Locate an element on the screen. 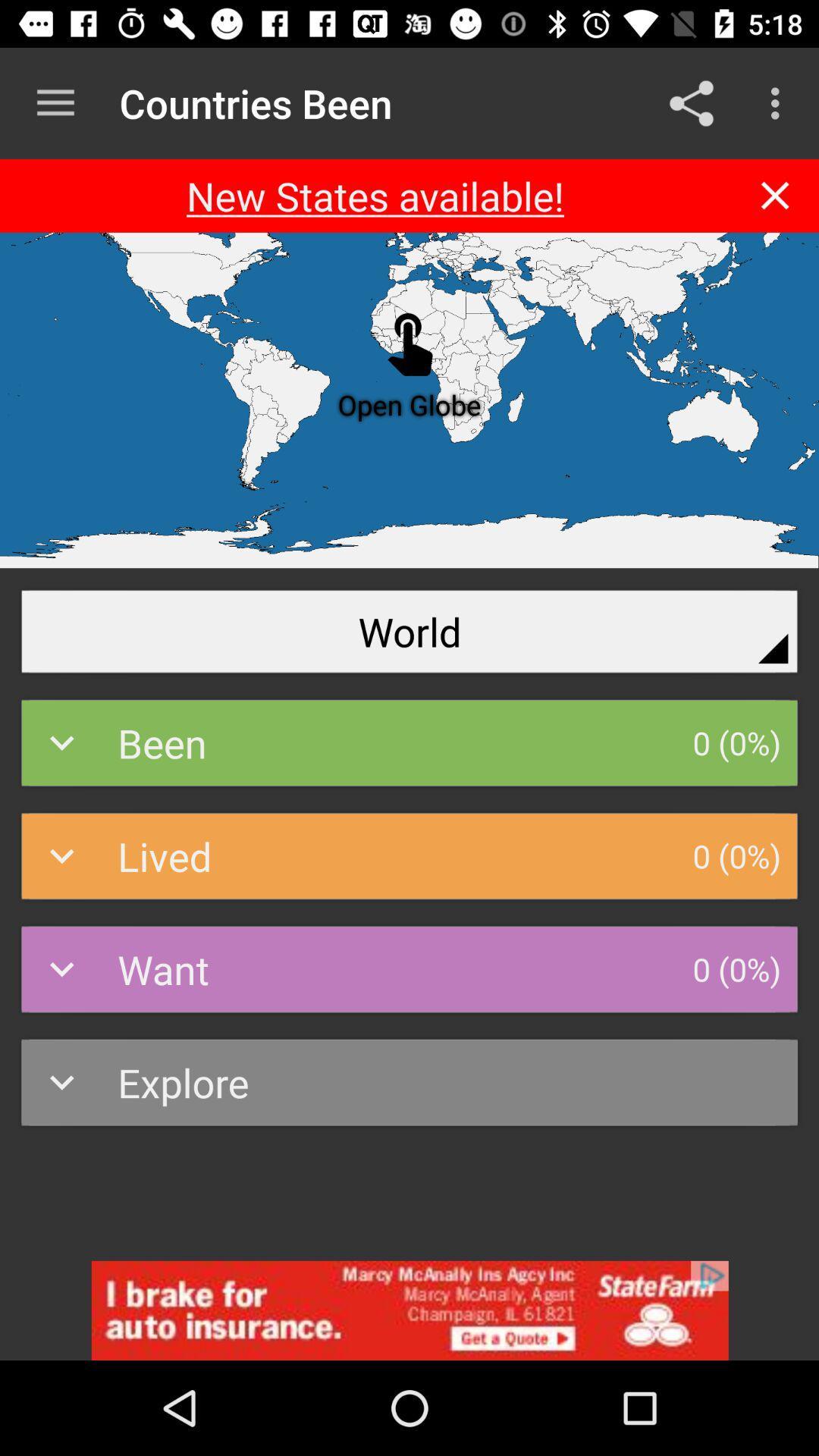 The height and width of the screenshot is (1456, 819). x 's out of state updates is located at coordinates (775, 195).